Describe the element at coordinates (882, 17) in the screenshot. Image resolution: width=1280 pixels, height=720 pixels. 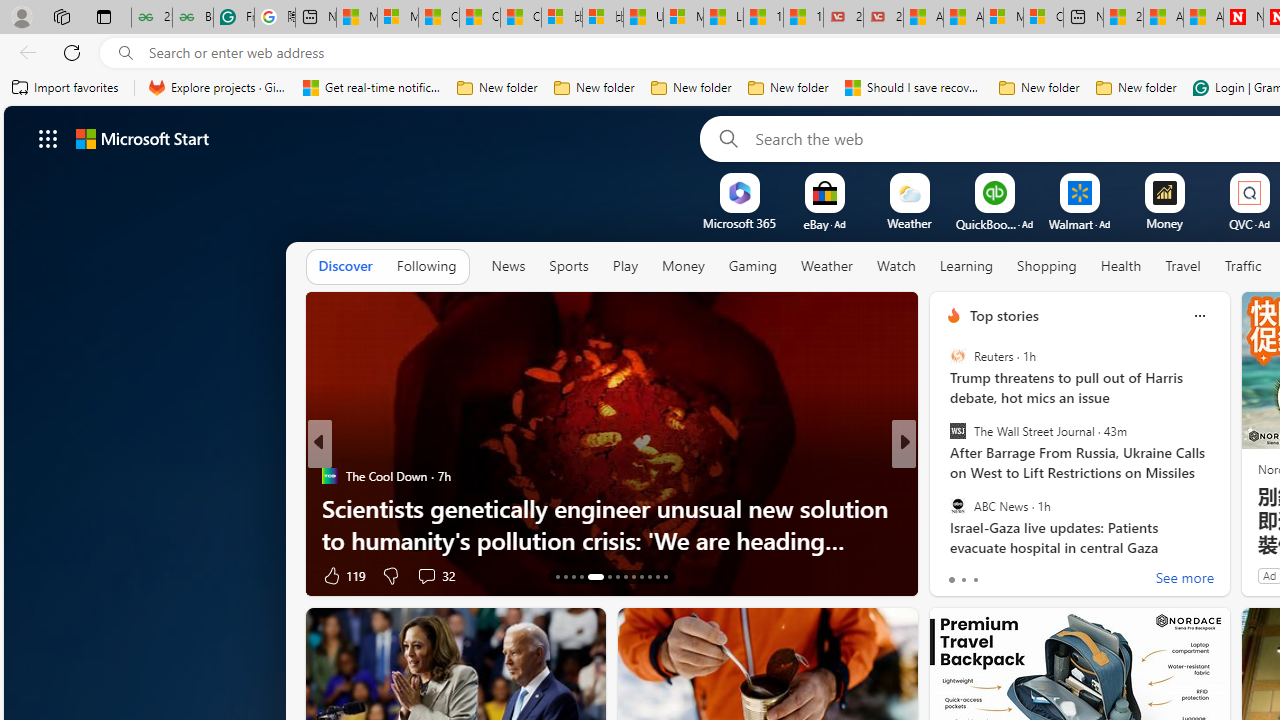
I see `'21 Movies That Outdid the Books They Were Based On'` at that location.